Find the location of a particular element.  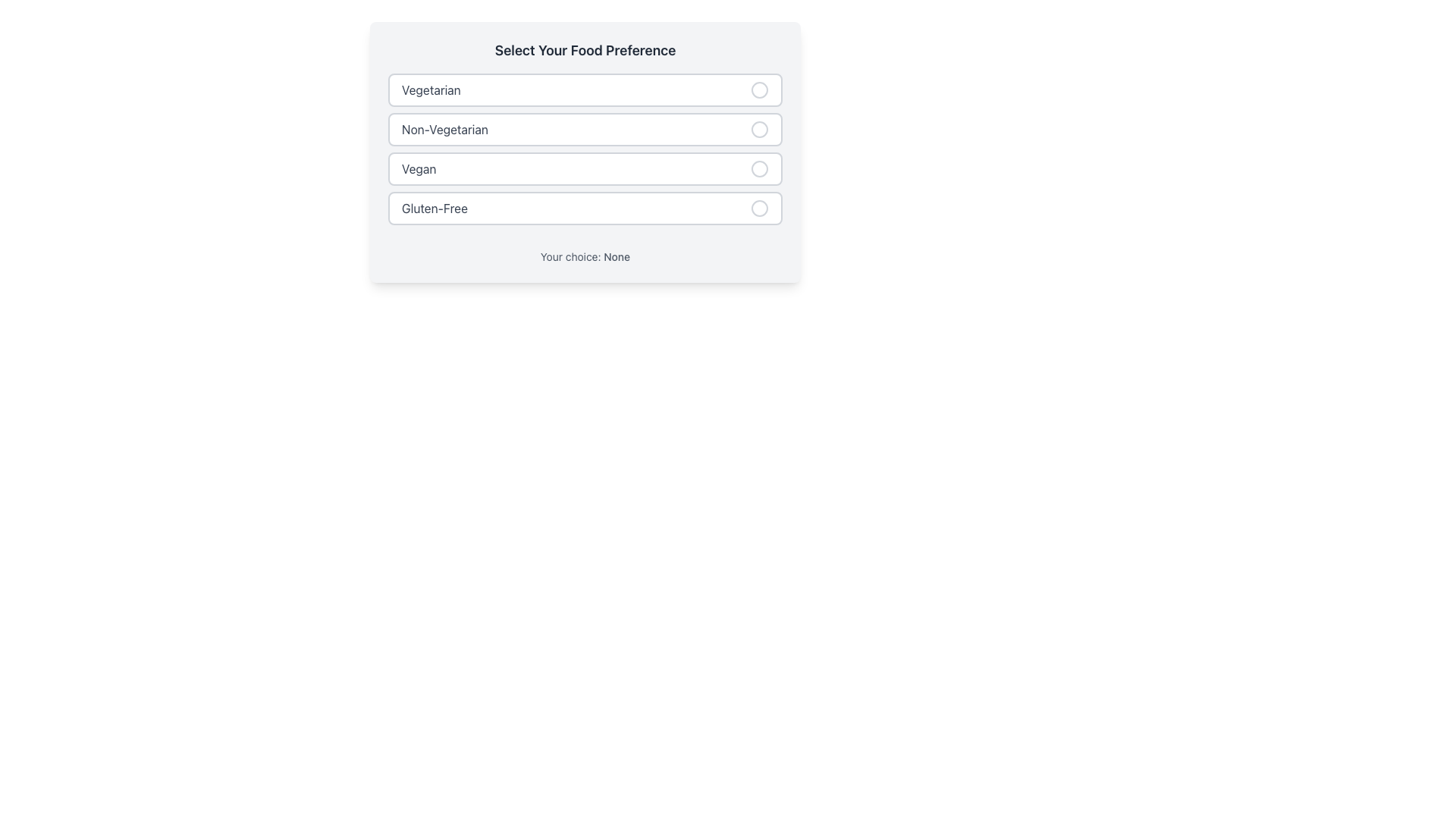

the circular radio button option marker located at the right edge of the 'Gluten-Free' option row to trigger tooltip or focus effects is located at coordinates (760, 208).